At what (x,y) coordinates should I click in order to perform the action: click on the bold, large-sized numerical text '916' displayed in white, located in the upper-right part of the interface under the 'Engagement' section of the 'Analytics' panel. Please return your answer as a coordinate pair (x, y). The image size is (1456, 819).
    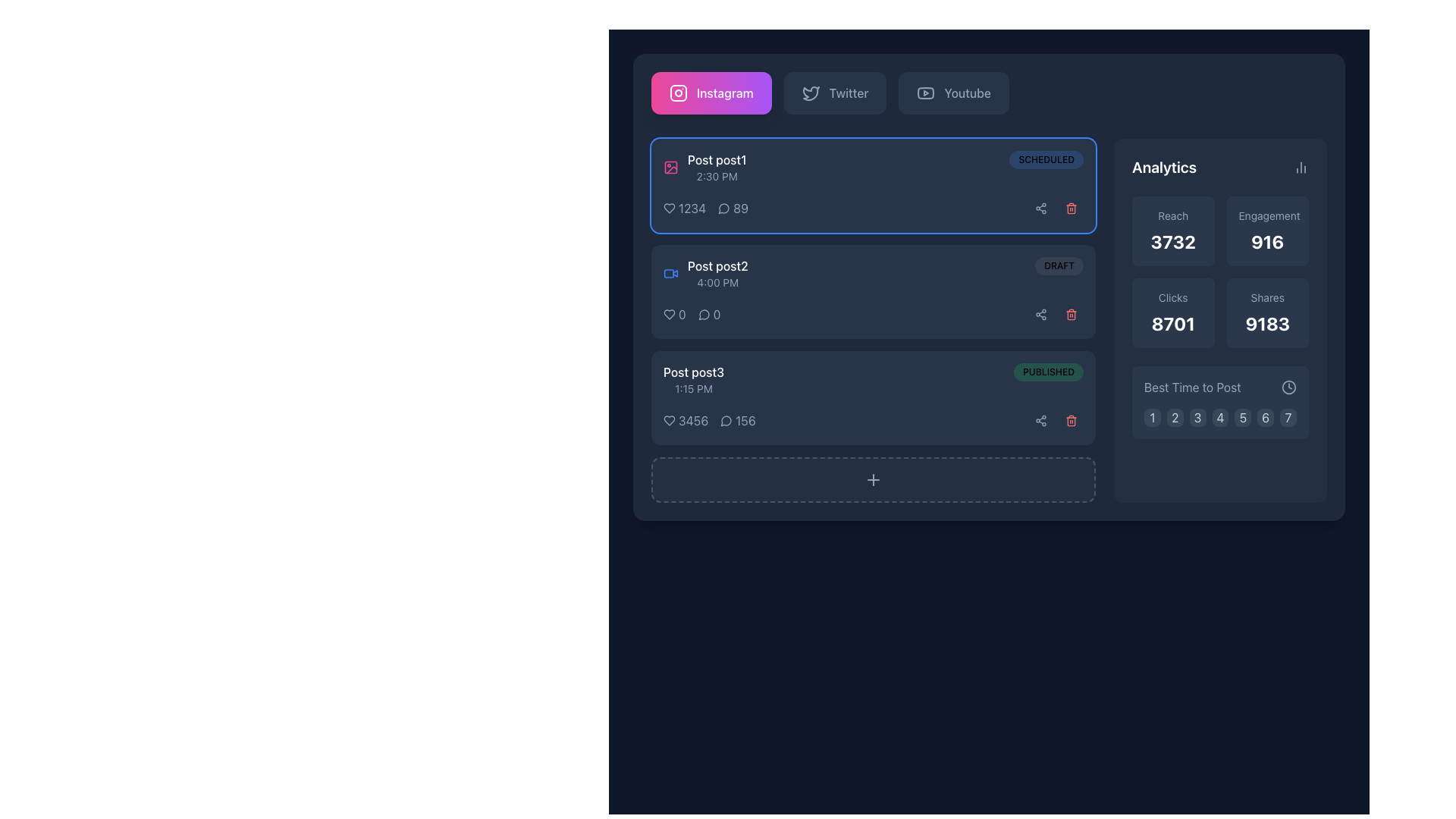
    Looking at the image, I should click on (1267, 241).